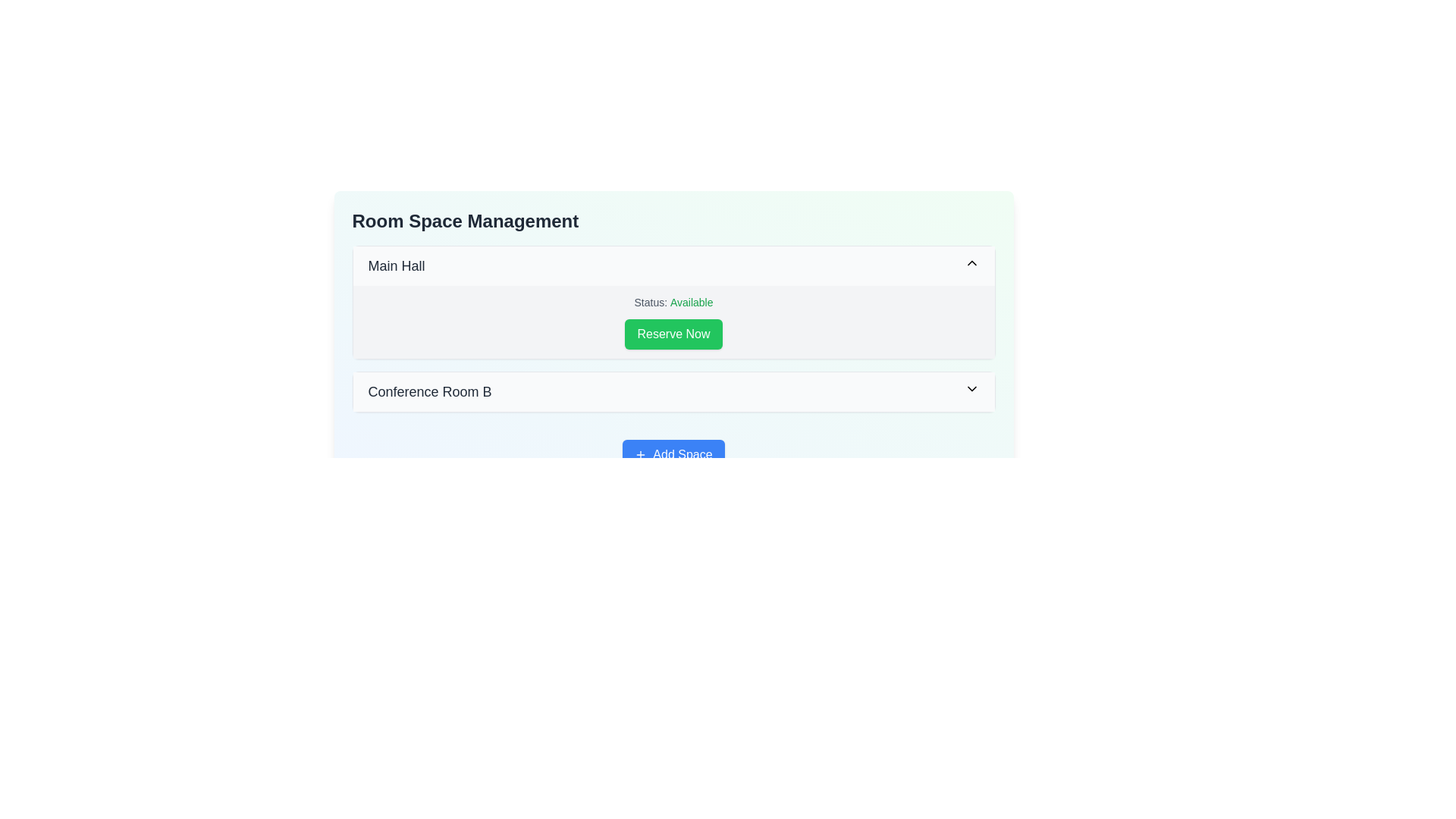 Image resolution: width=1456 pixels, height=819 pixels. Describe the element at coordinates (673, 454) in the screenshot. I see `the 'Add New Space' button located beneath the 'Conference Room B' section` at that location.